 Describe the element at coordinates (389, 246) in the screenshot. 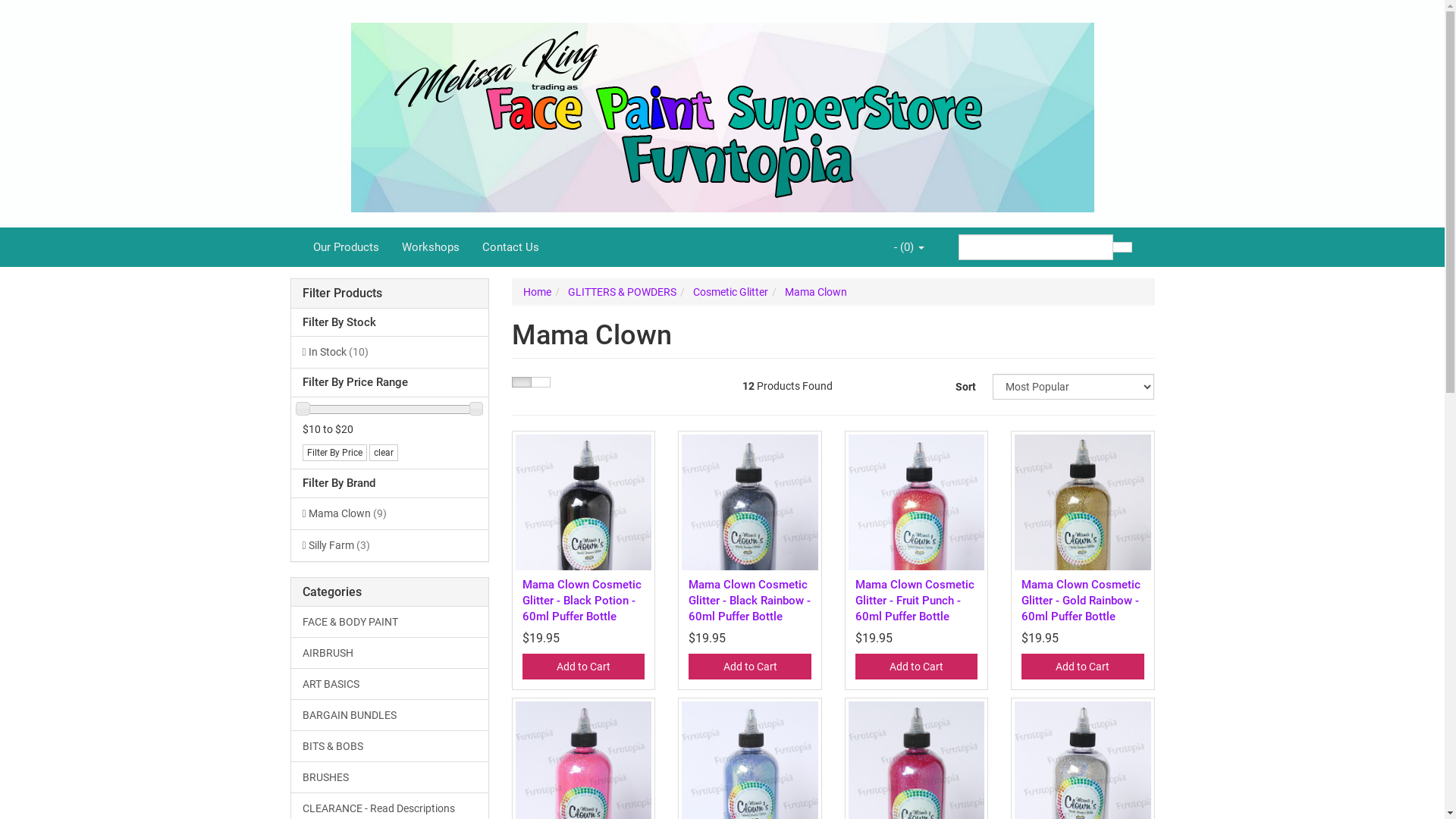

I see `'Workshops'` at that location.